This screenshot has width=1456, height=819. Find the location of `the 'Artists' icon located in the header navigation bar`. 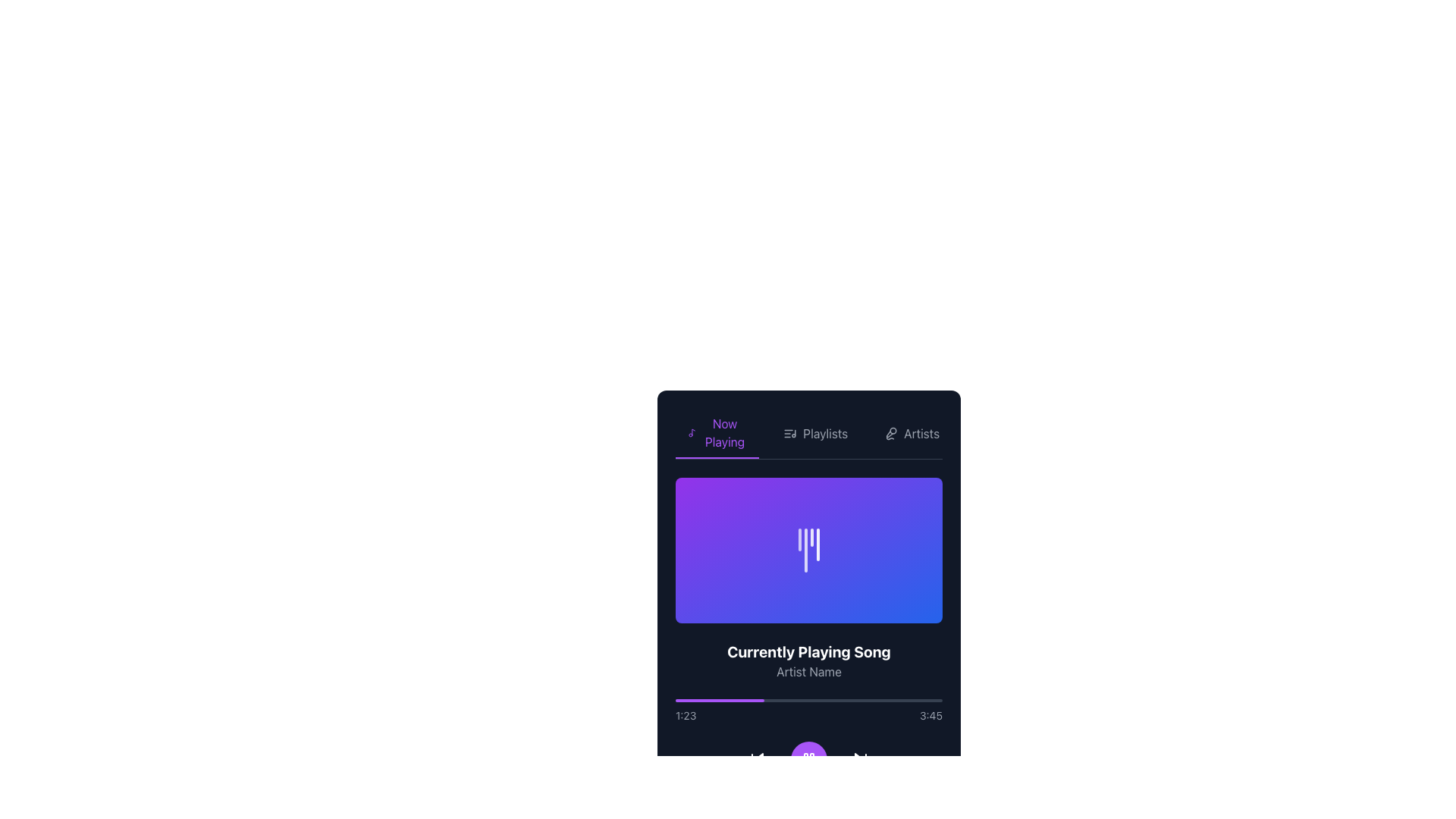

the 'Artists' icon located in the header navigation bar is located at coordinates (891, 433).